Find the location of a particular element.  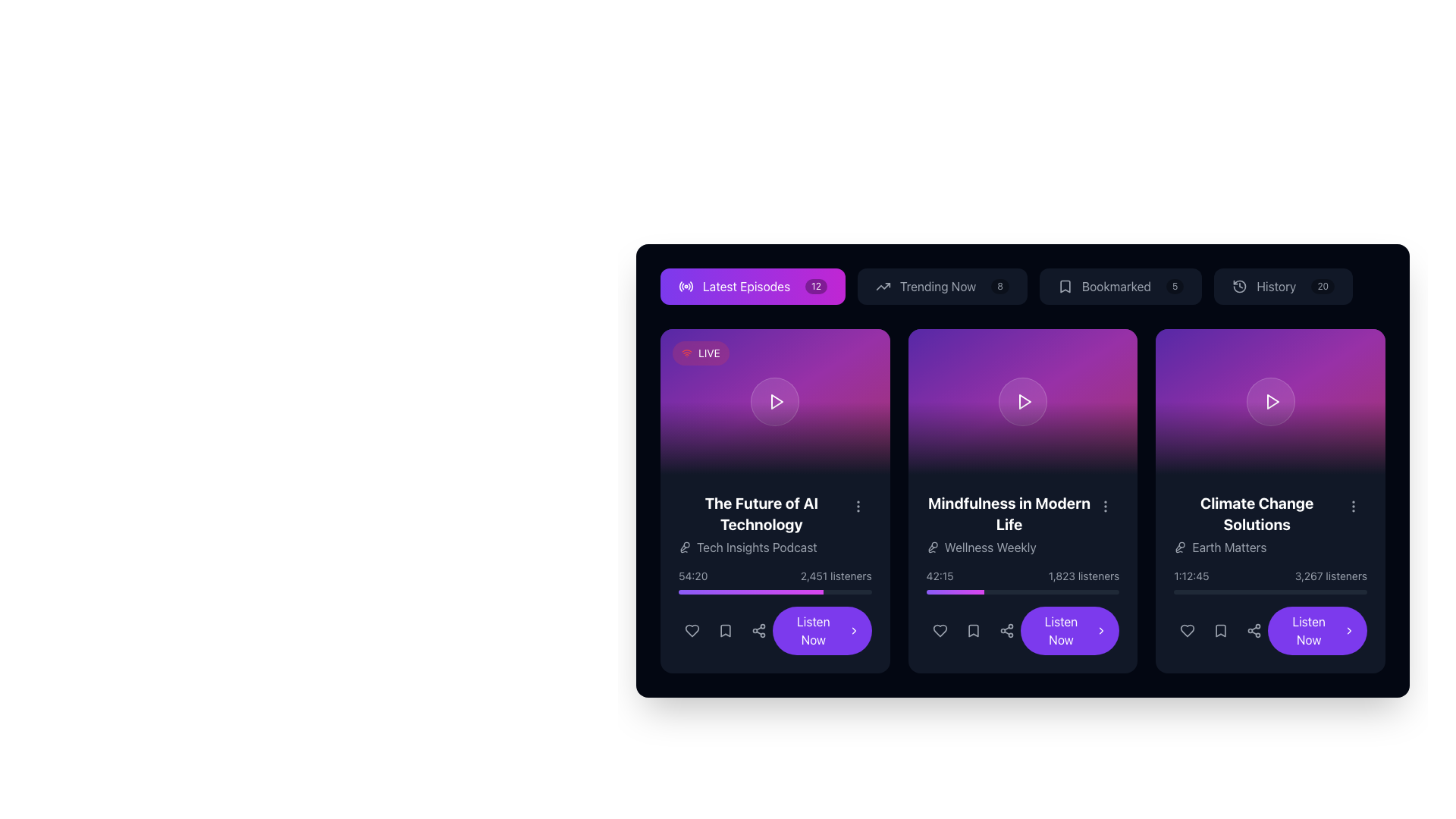

the heart-shaped icon located at the bottom-left corner of the first podcast episode card to like it is located at coordinates (691, 631).